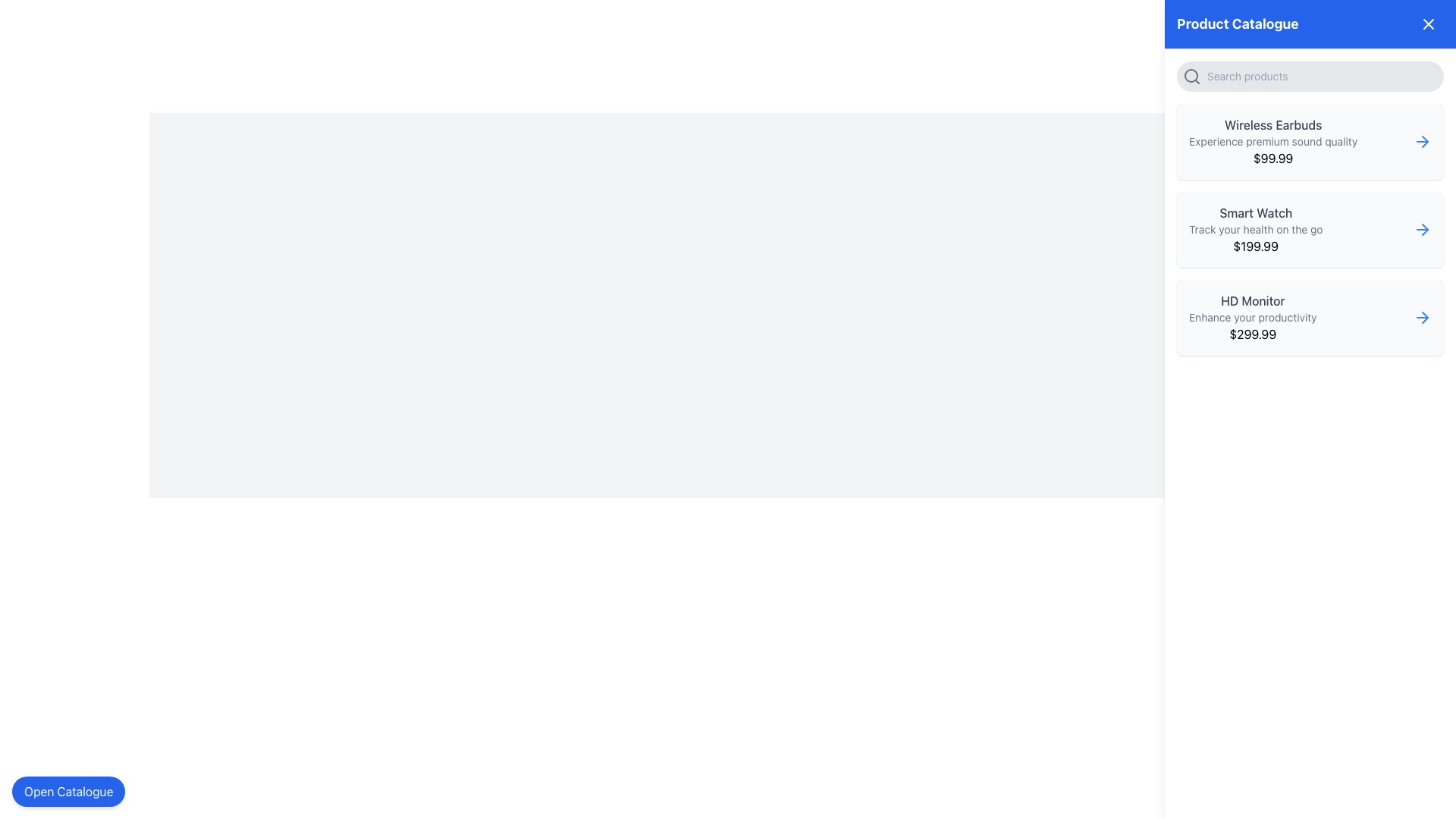 The width and height of the screenshot is (1456, 819). What do you see at coordinates (1424, 317) in the screenshot?
I see `the navigation icon for the 'HD Monitor' product entry` at bounding box center [1424, 317].